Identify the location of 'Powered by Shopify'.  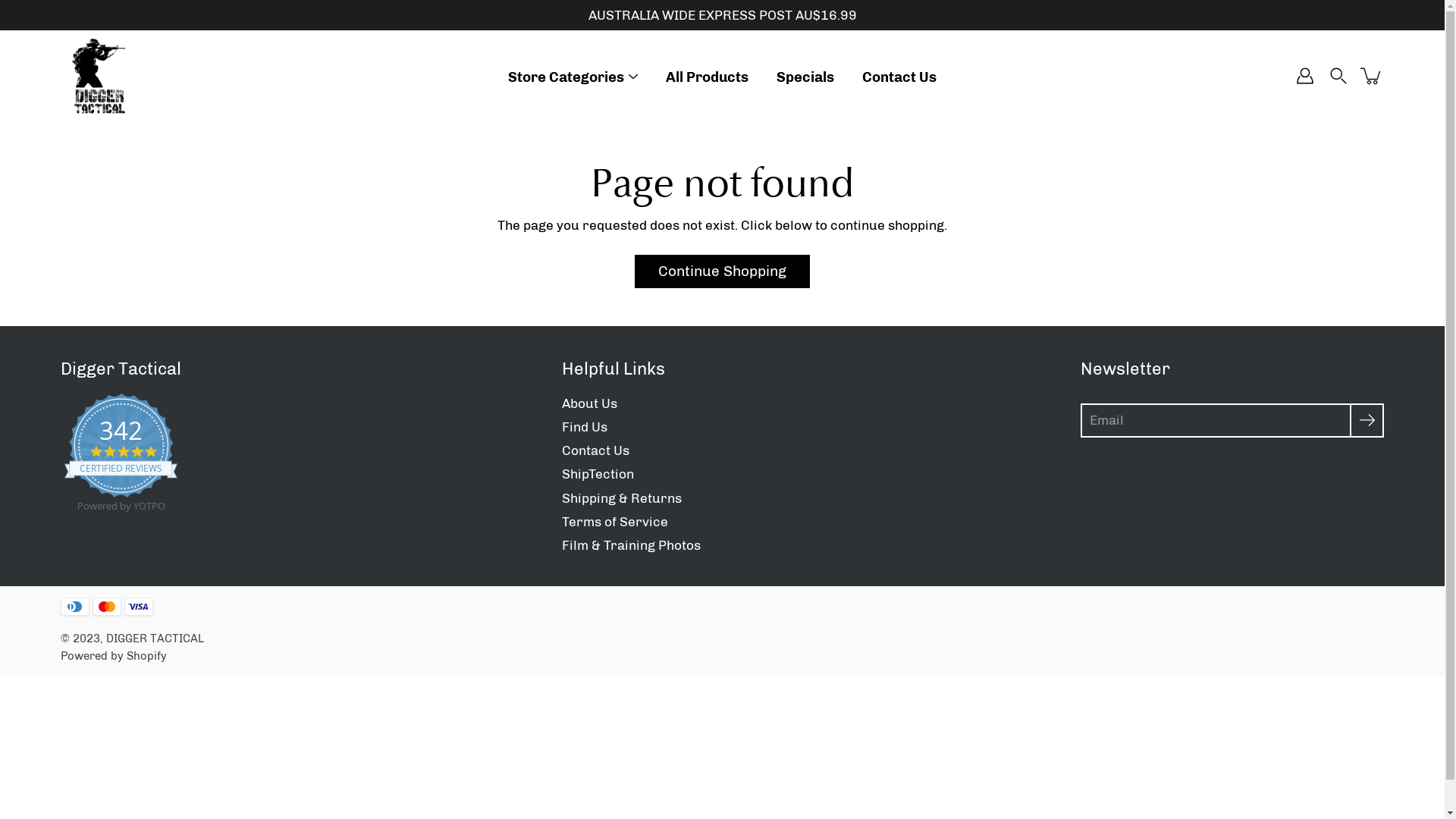
(112, 654).